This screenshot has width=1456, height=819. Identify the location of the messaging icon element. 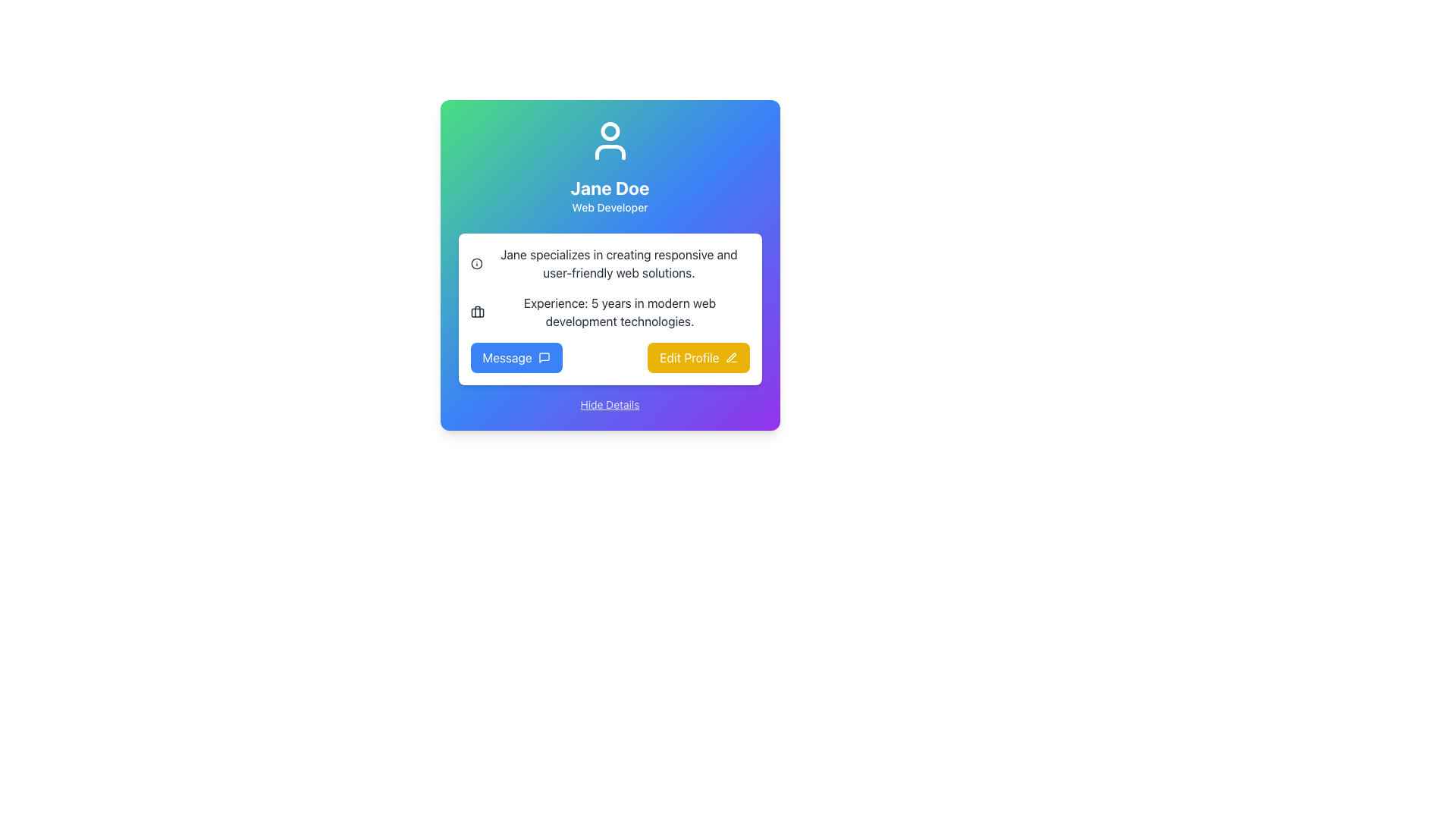
(544, 357).